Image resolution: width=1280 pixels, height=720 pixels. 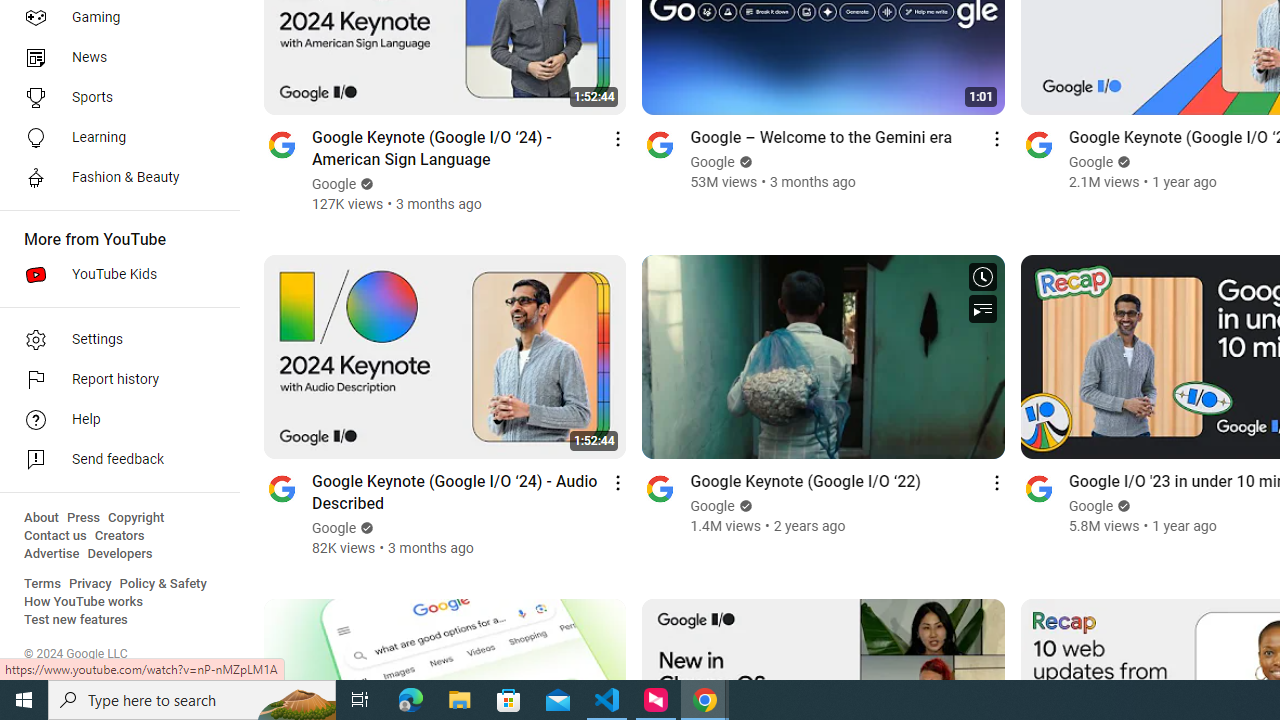 I want to click on 'Press', so click(x=82, y=517).